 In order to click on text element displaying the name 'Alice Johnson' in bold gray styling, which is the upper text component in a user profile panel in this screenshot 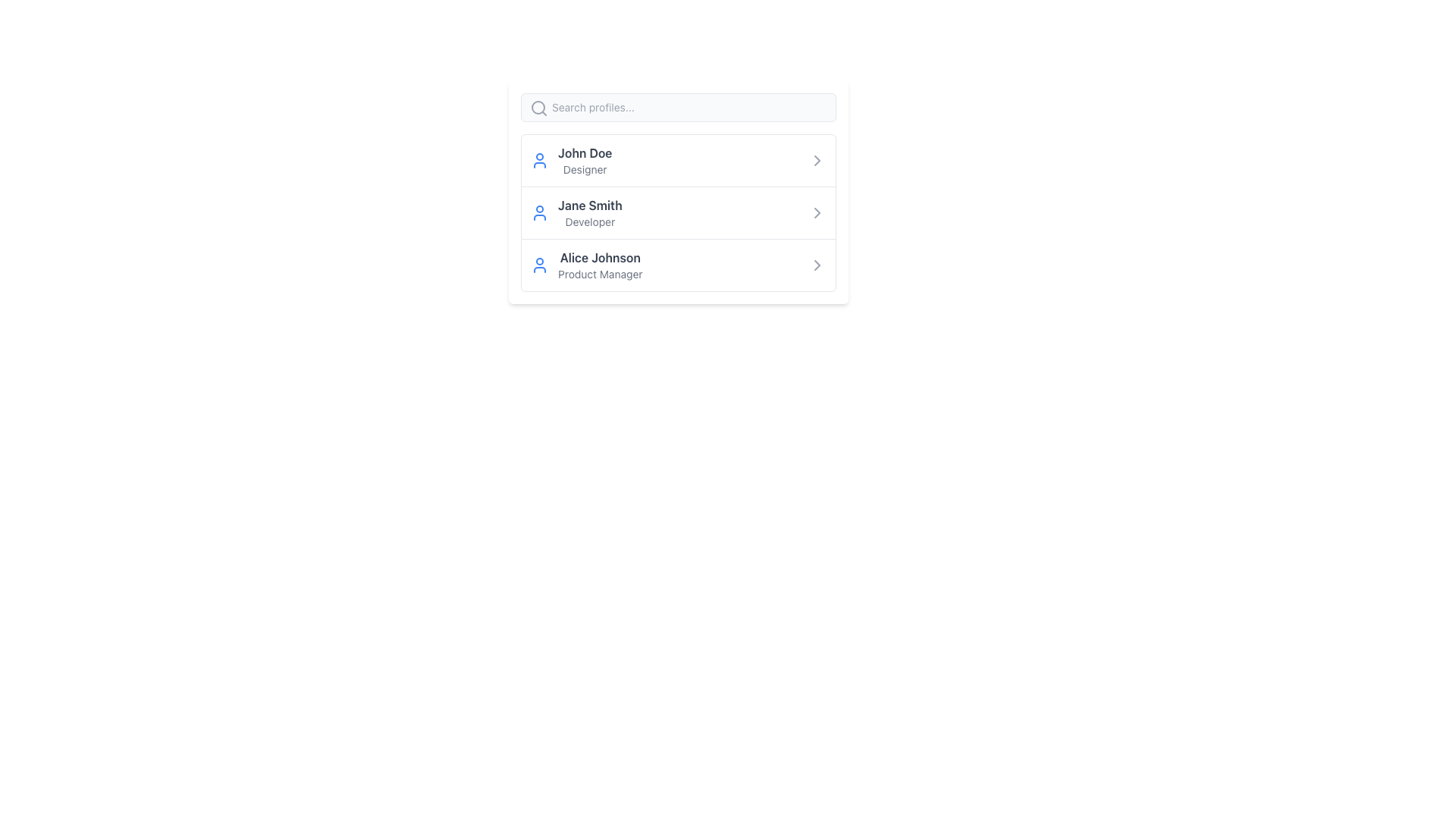, I will do `click(599, 256)`.